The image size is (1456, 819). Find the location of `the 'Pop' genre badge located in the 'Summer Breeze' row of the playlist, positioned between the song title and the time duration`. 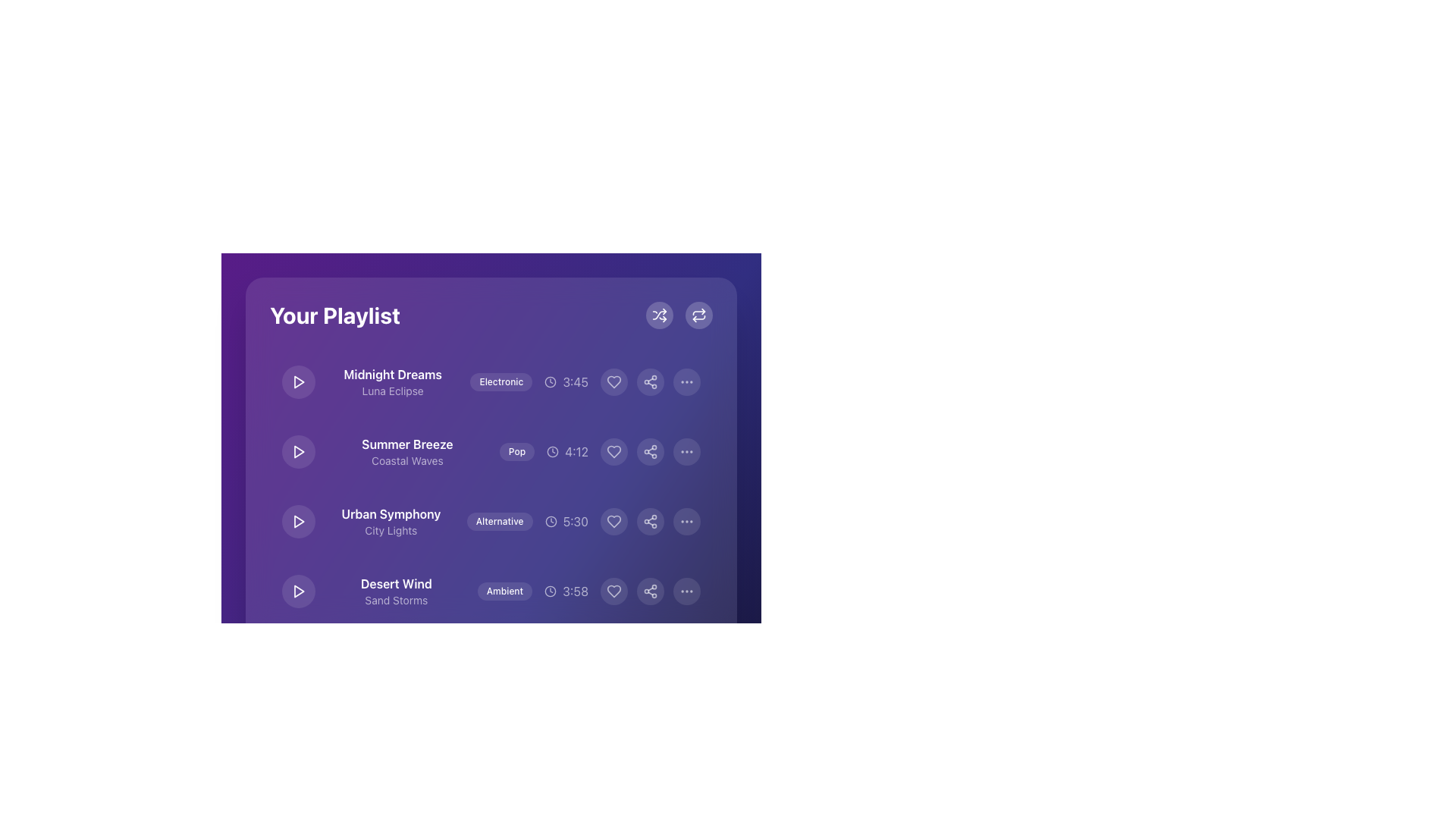

the 'Pop' genre badge located in the 'Summer Breeze' row of the playlist, positioned between the song title and the time duration is located at coordinates (516, 451).